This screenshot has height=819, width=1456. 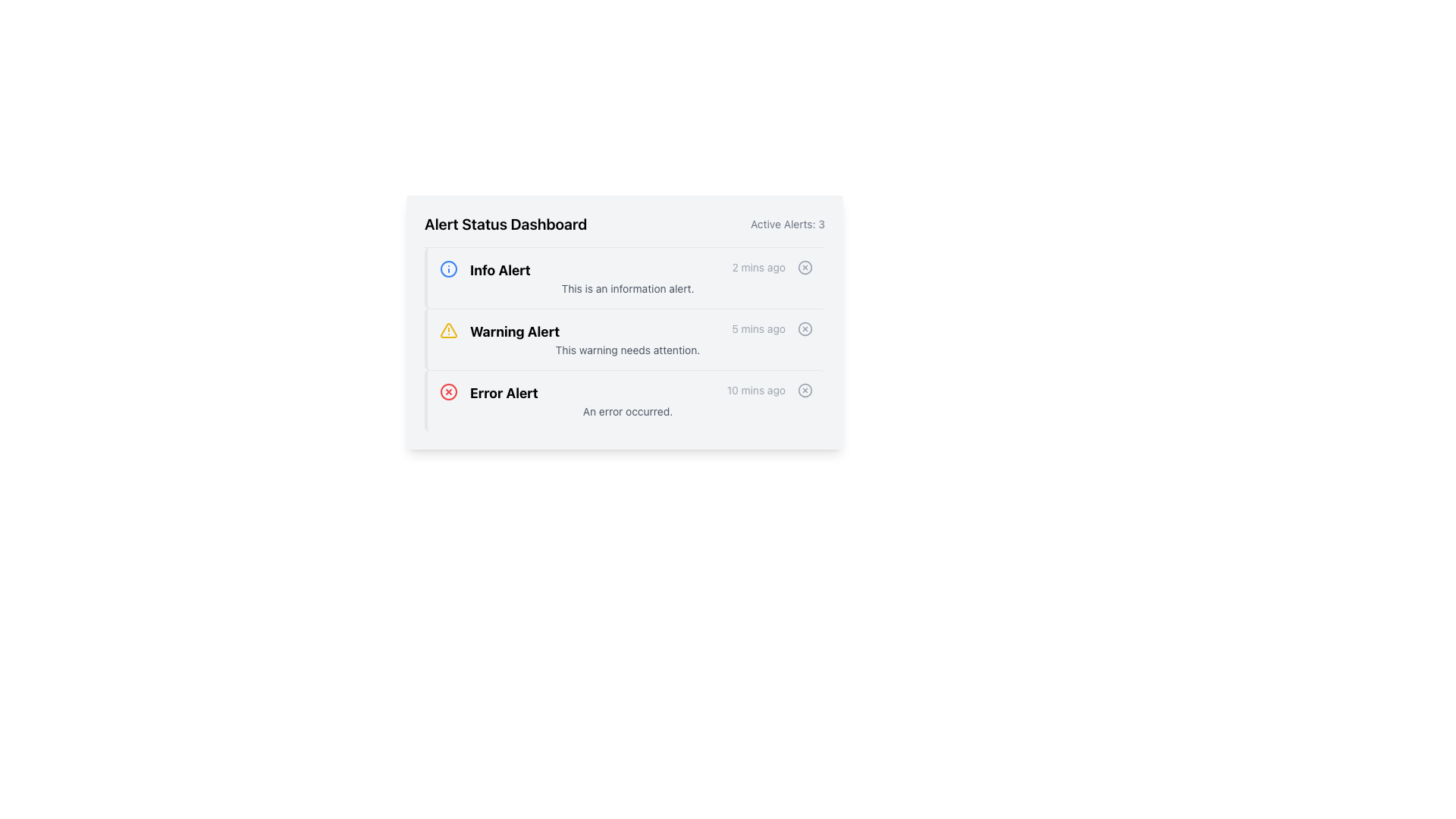 I want to click on the outermost circular SVG element that serves as the base shape or border for the 'Info Alert' icon, located to the left of the 'Info Alert' label in the 'Alert Status Dashboard', so click(x=447, y=268).